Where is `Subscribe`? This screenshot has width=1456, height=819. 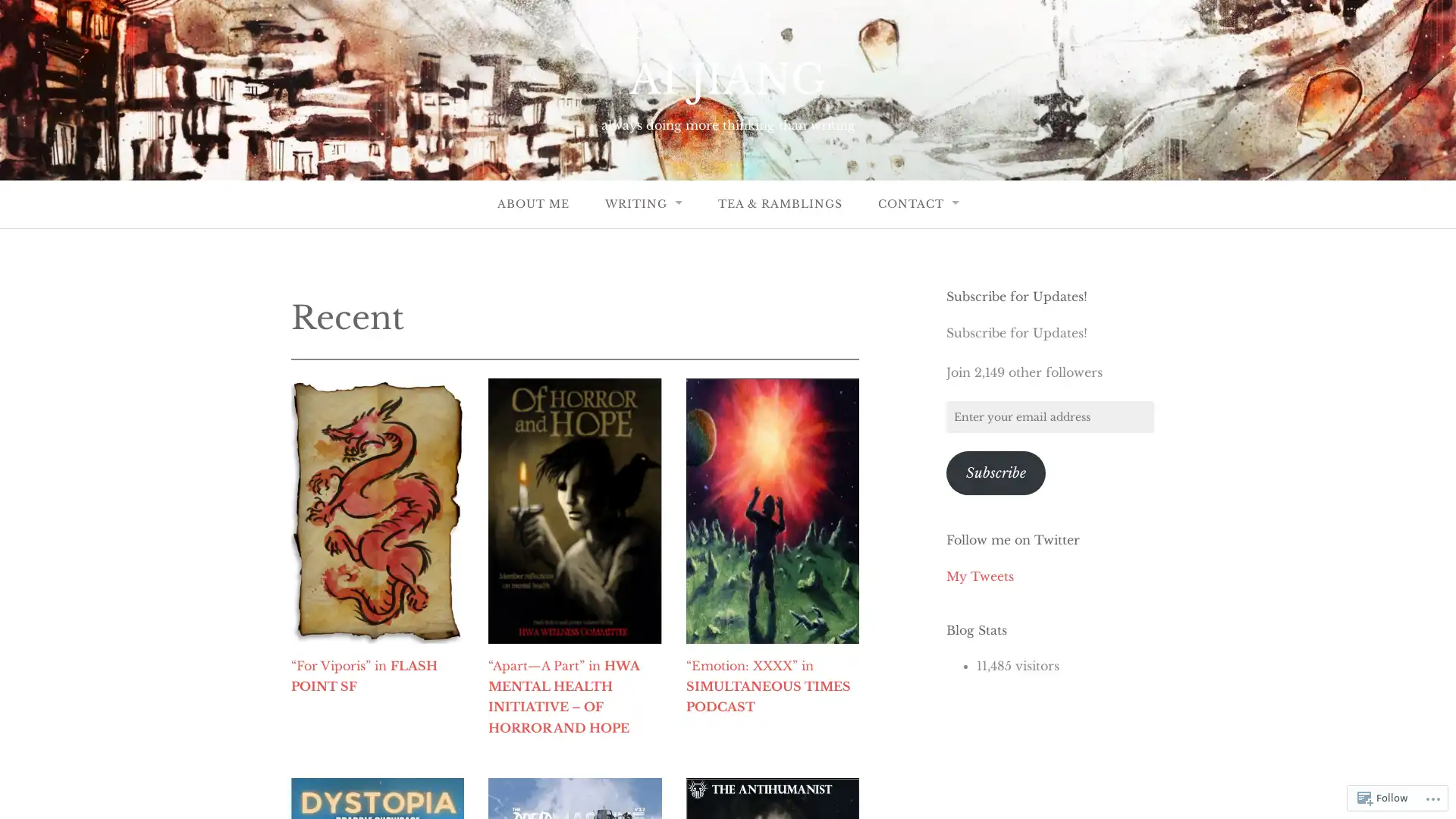
Subscribe is located at coordinates (996, 472).